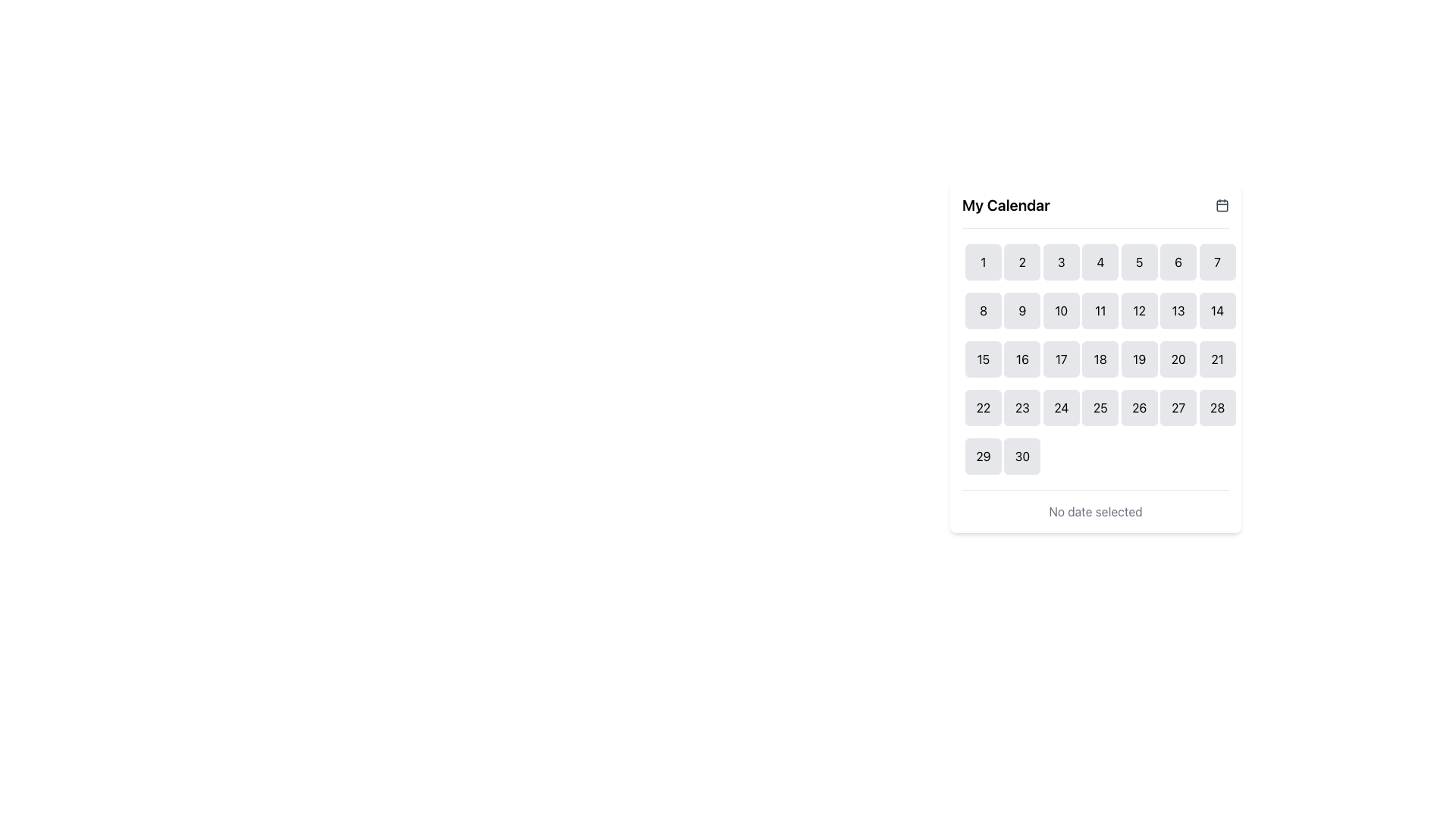 This screenshot has height=819, width=1456. I want to click on the square calendar cell with the black number '16', so click(1022, 359).